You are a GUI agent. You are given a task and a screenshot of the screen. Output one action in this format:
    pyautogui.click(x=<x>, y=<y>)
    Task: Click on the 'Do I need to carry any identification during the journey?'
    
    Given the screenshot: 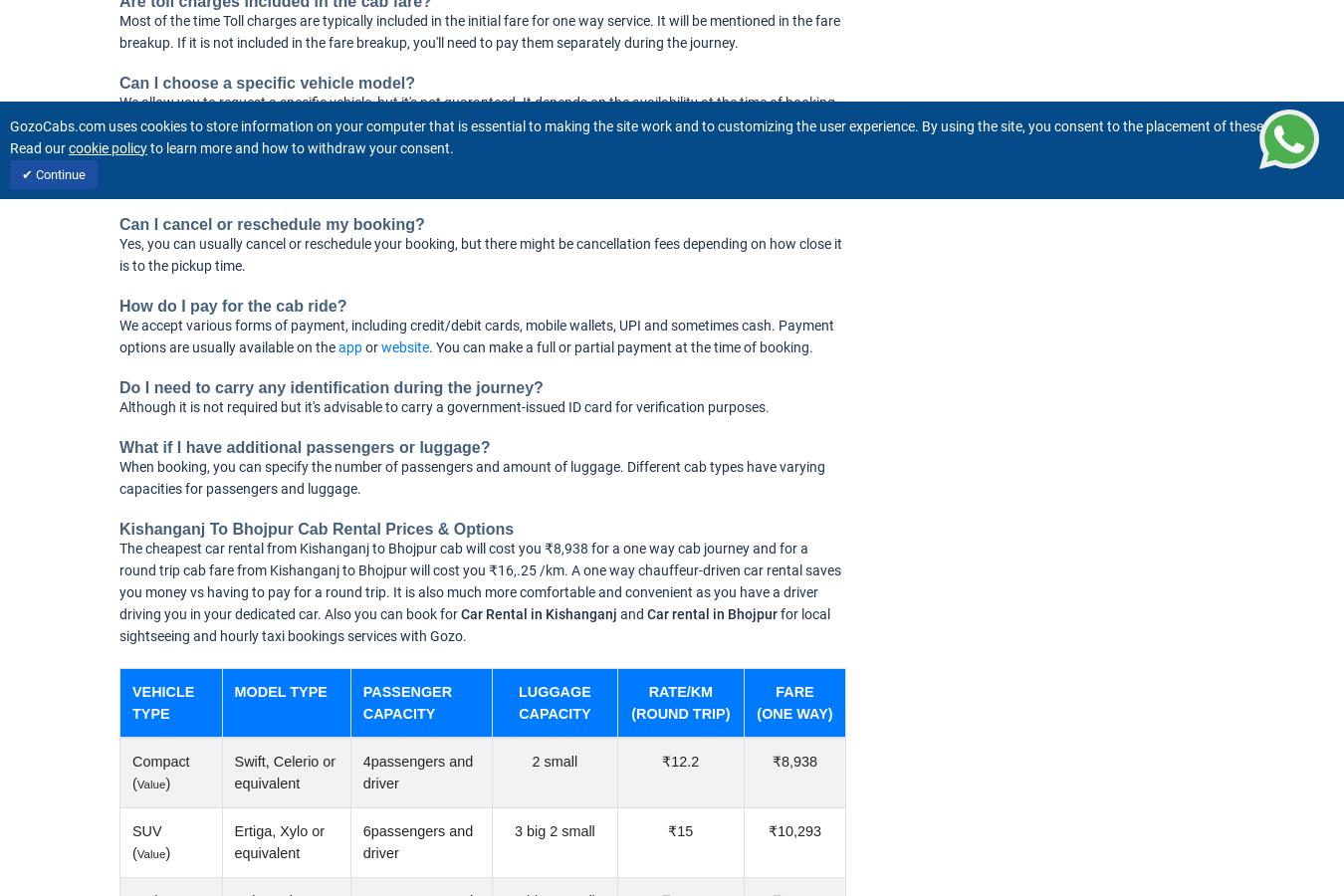 What is the action you would take?
    pyautogui.click(x=330, y=387)
    